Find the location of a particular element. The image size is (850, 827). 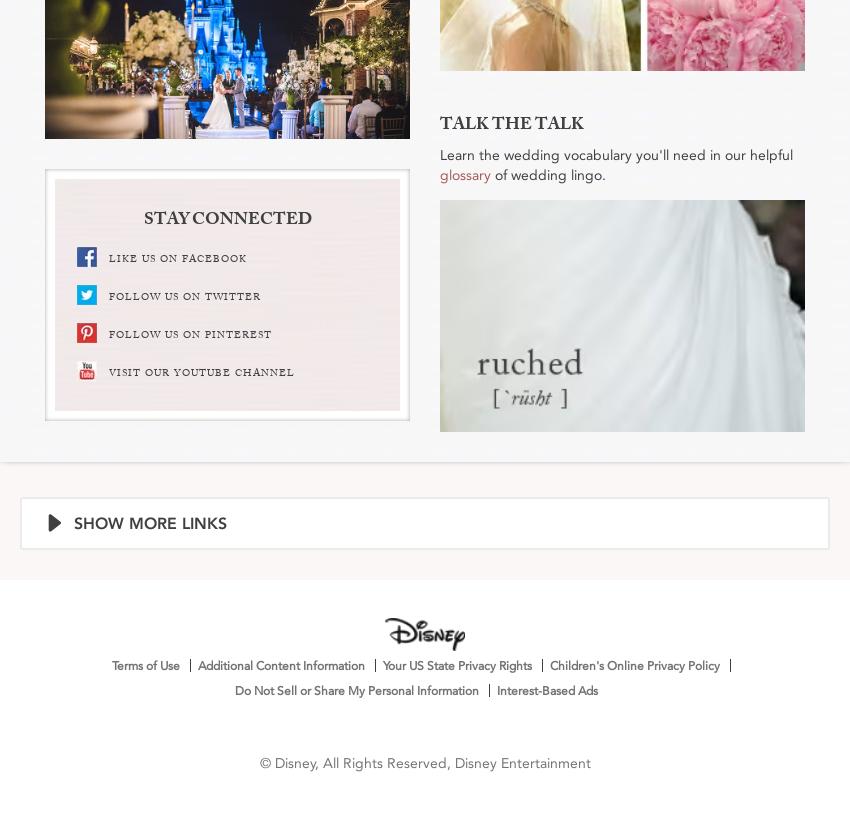

'Additional Content Information' is located at coordinates (280, 664).